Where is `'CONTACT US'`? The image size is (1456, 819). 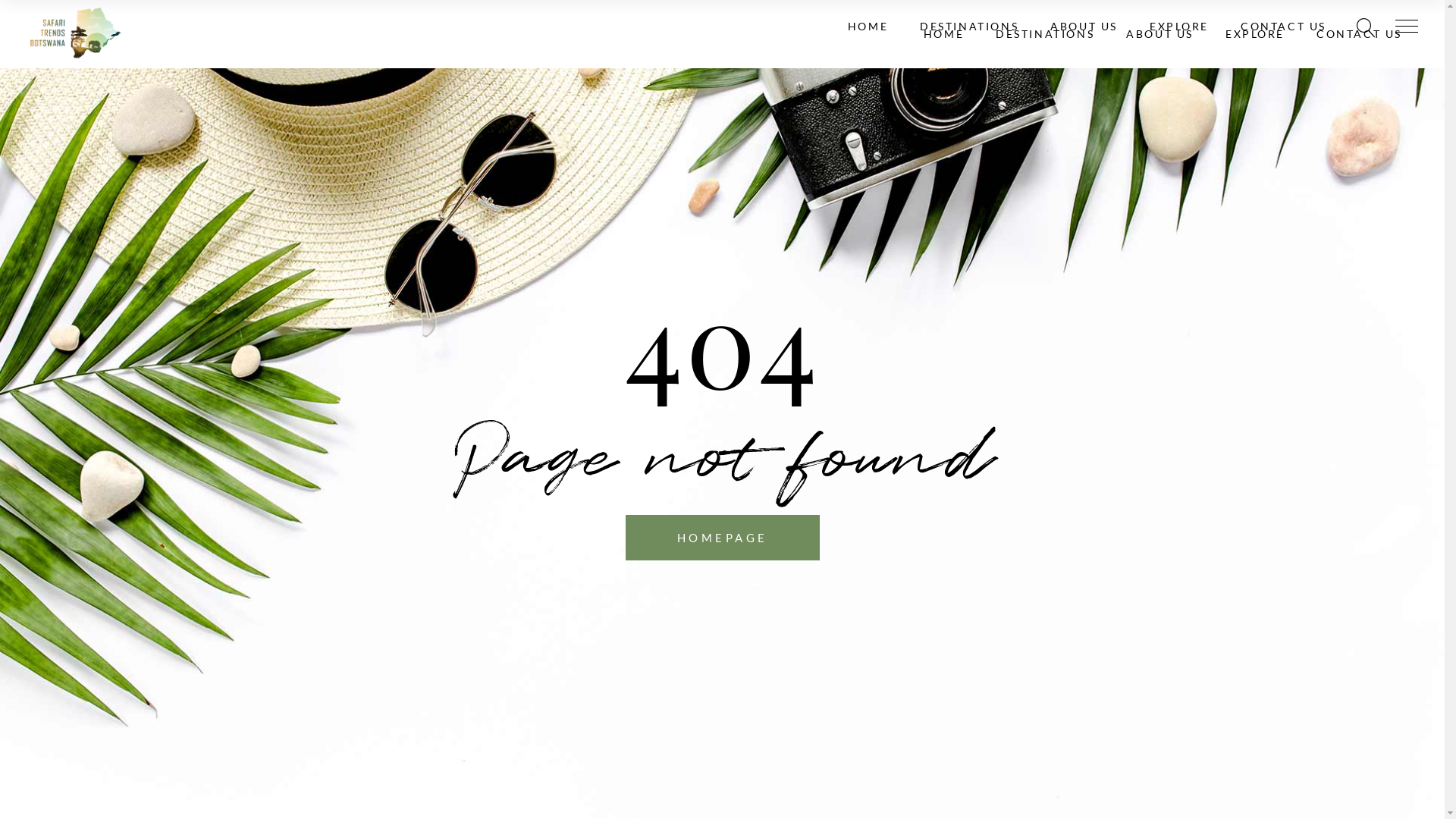
'CONTACT US' is located at coordinates (1282, 26).